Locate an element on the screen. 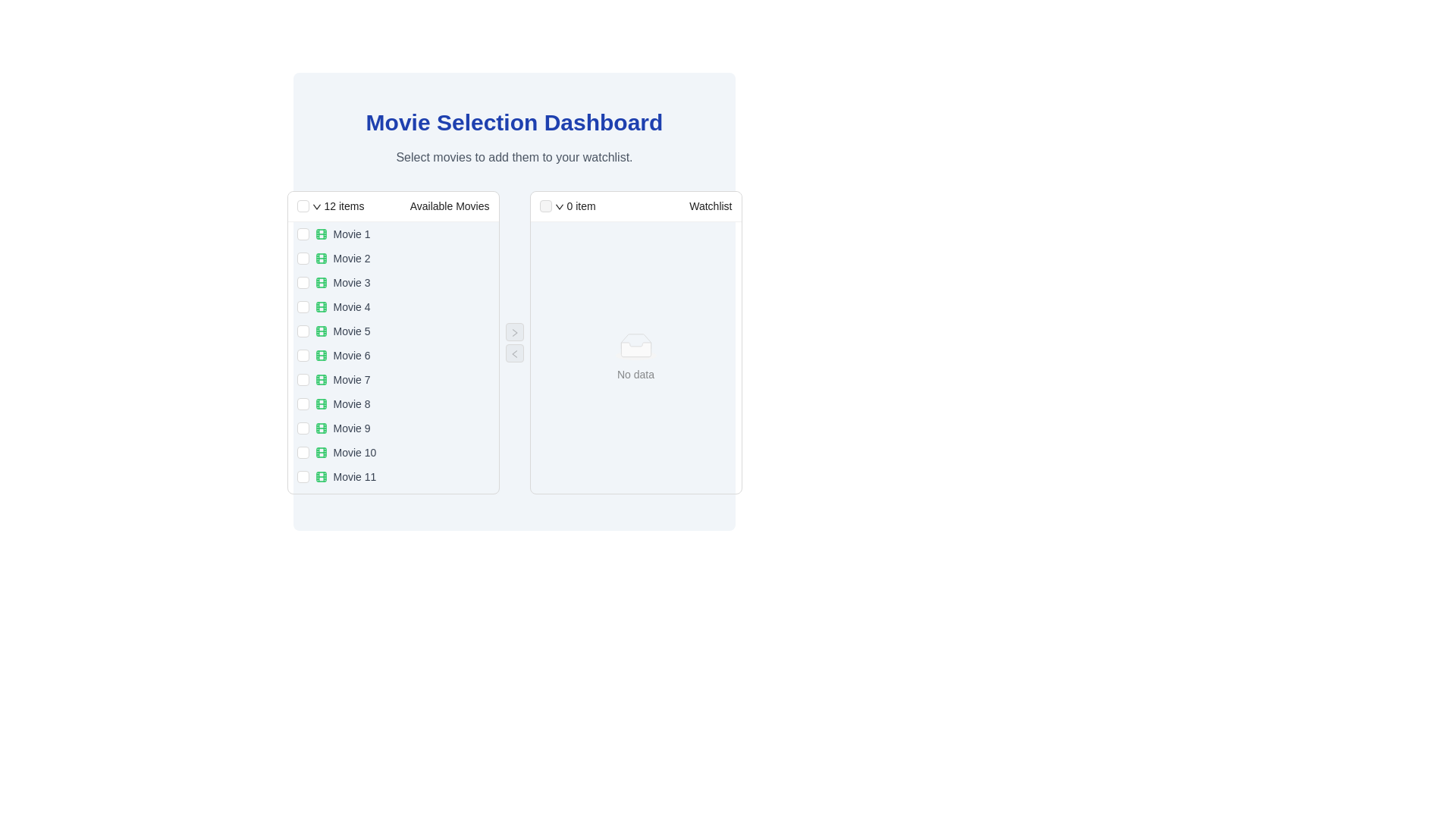 The image size is (1456, 819). the selectable checkbox located at the leftmost side of the header section labeled '12 items Available Movies' is located at coordinates (303, 206).